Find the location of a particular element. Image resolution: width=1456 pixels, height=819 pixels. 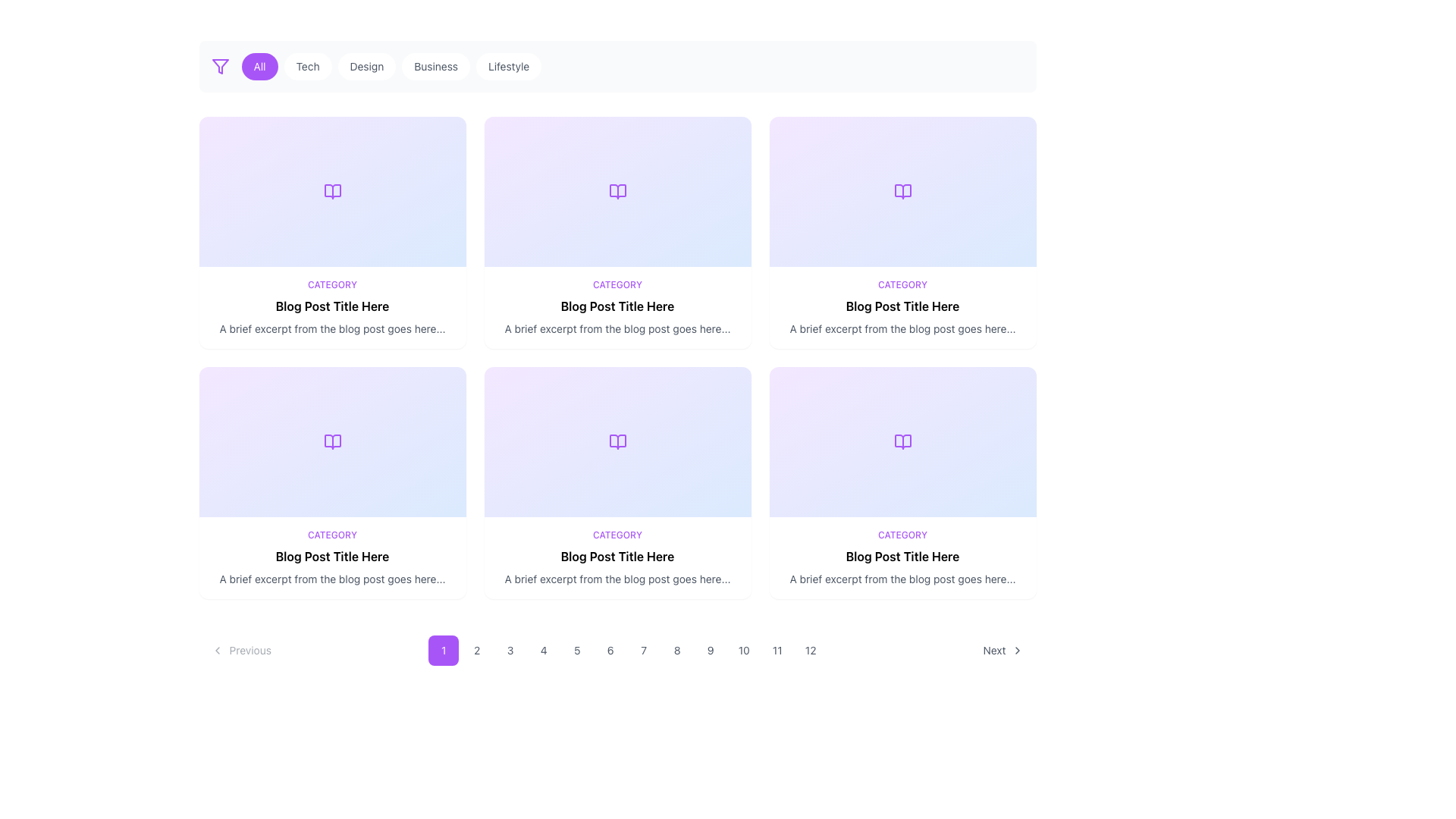

the decorative card with a gradient background and an open book icon located in the first row, second column of the grid is located at coordinates (617, 191).